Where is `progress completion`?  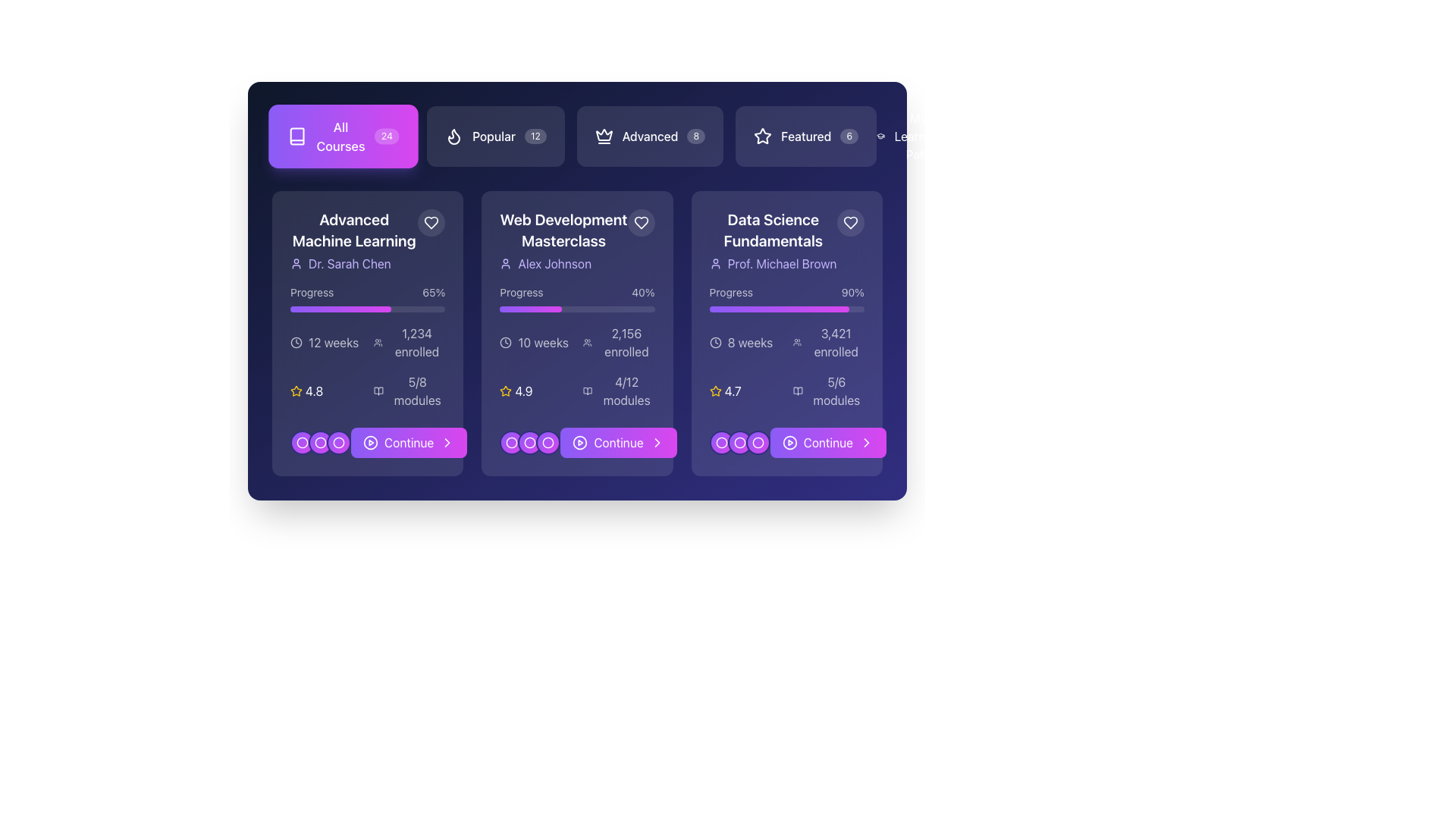
progress completion is located at coordinates (409, 309).